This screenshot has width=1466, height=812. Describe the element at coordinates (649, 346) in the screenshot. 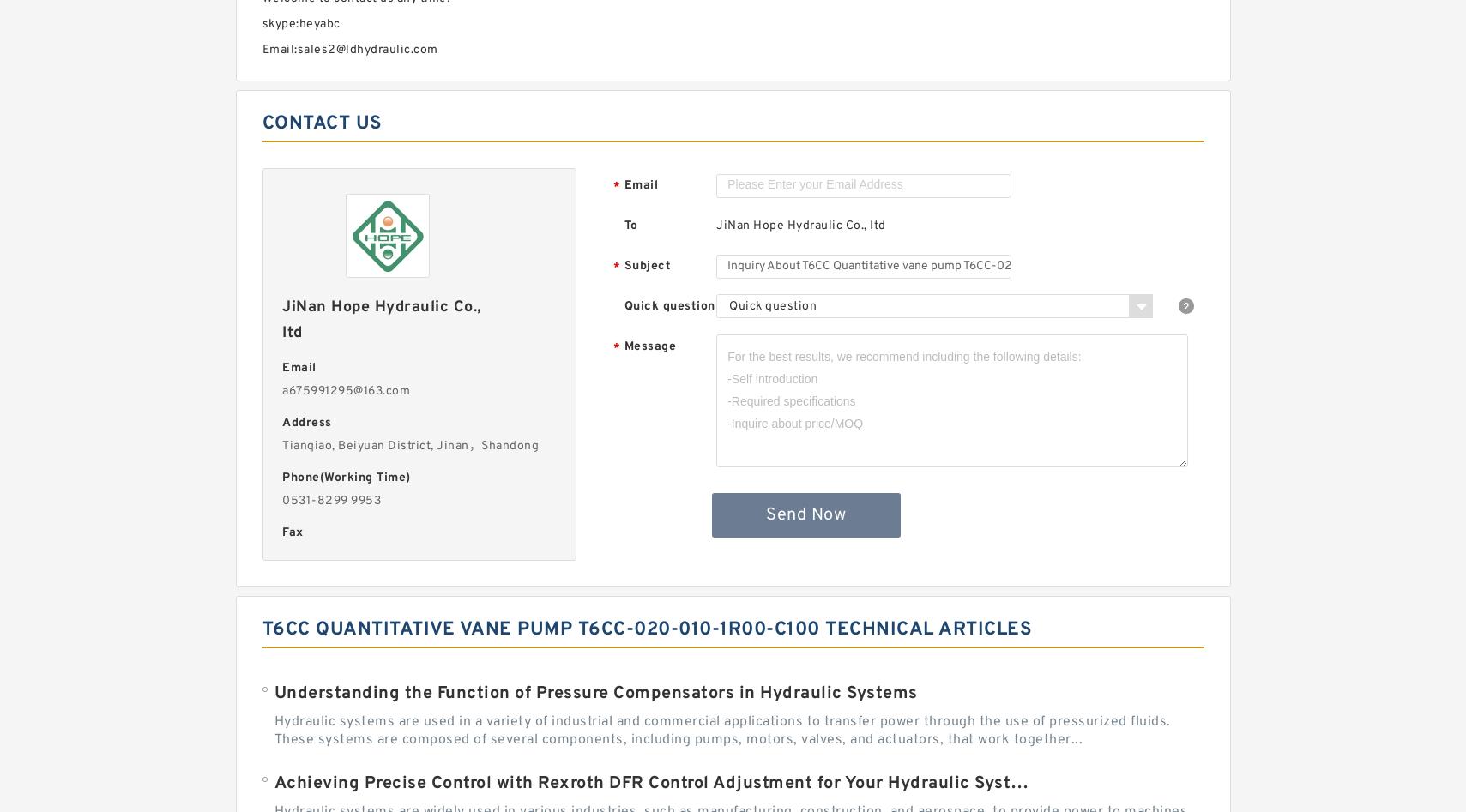

I see `'Message'` at that location.